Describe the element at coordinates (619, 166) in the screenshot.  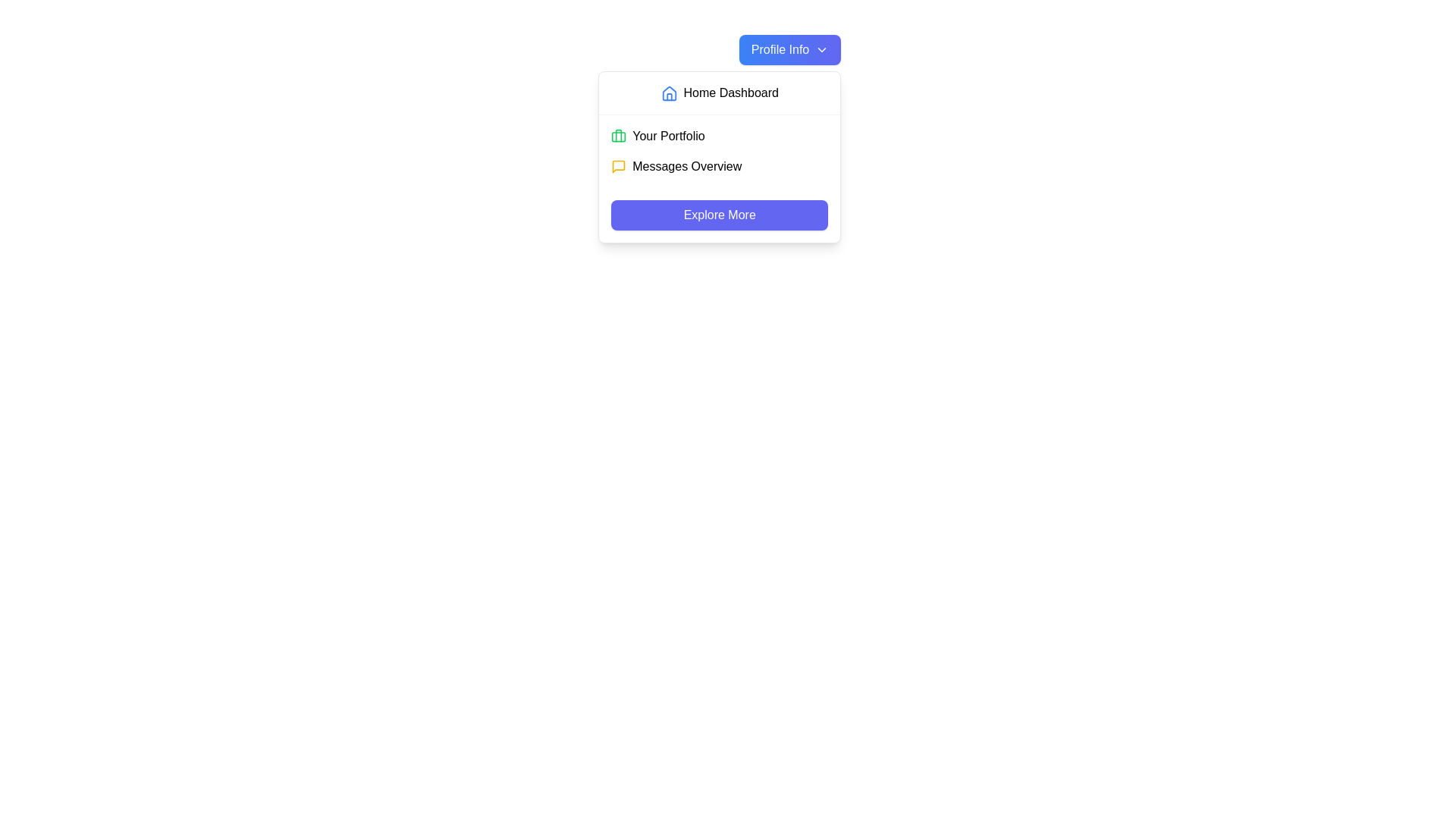
I see `the yellow speech bubble icon located in the dropdown menu, positioned to the left of the 'Messages Overview' text label` at that location.